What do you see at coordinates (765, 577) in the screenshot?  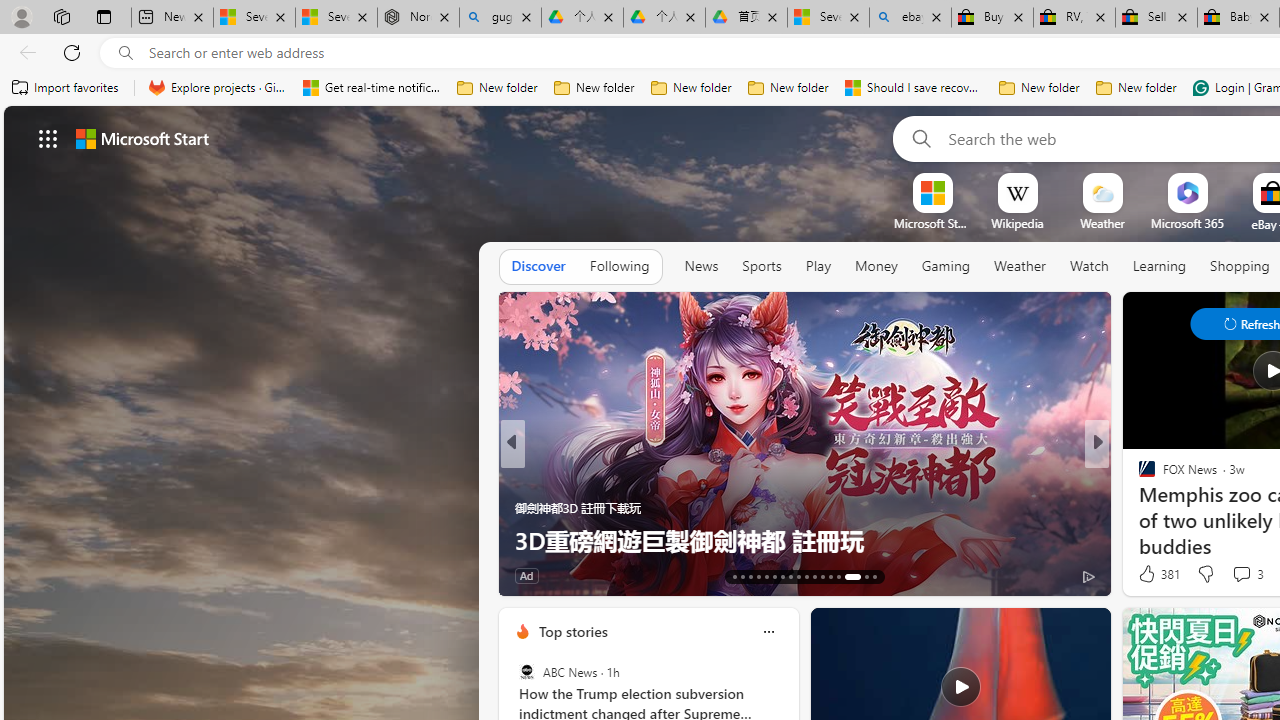 I see `'AutomationID: tab-17'` at bounding box center [765, 577].